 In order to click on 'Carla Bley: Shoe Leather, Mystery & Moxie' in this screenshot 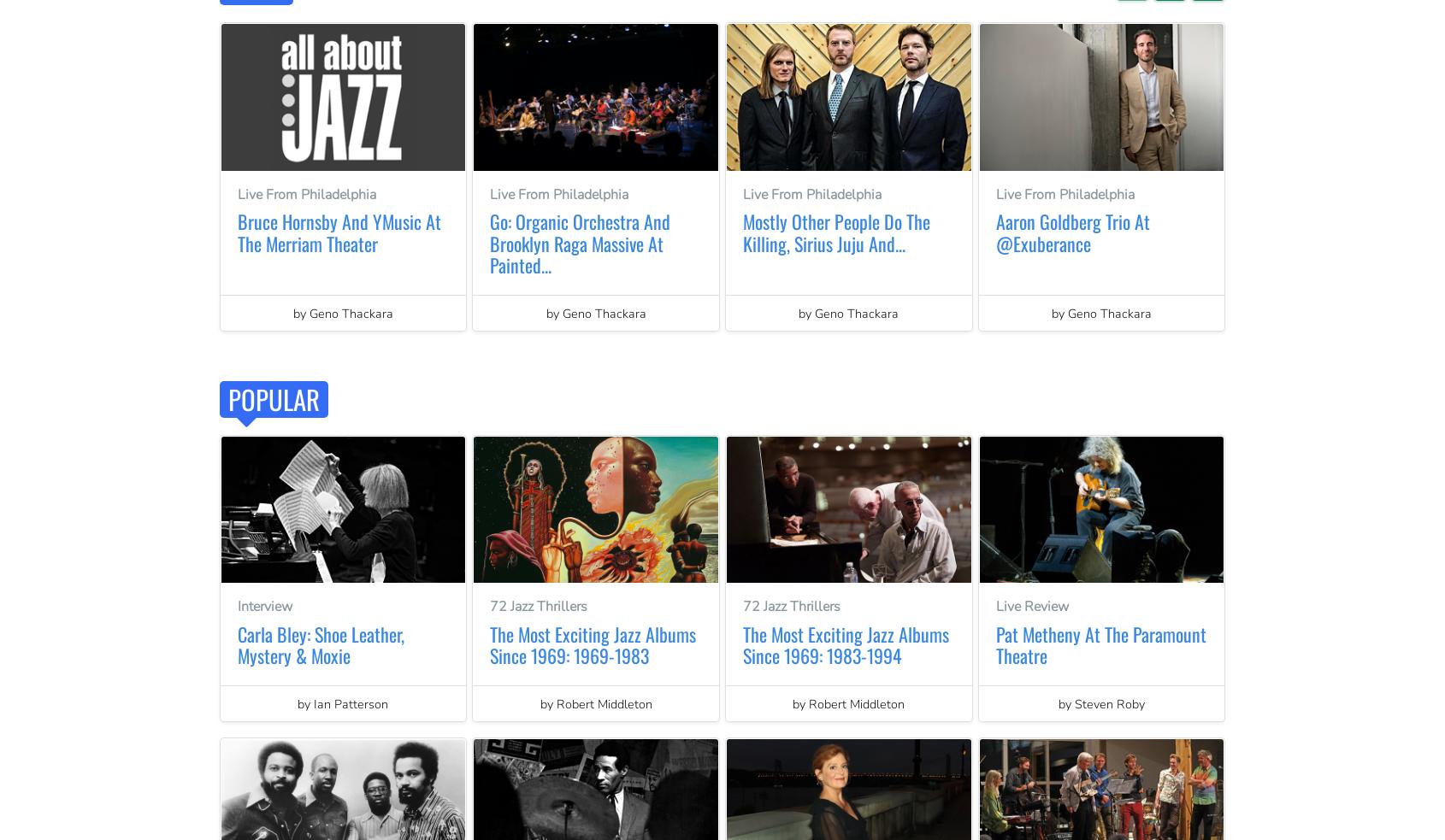, I will do `click(236, 643)`.